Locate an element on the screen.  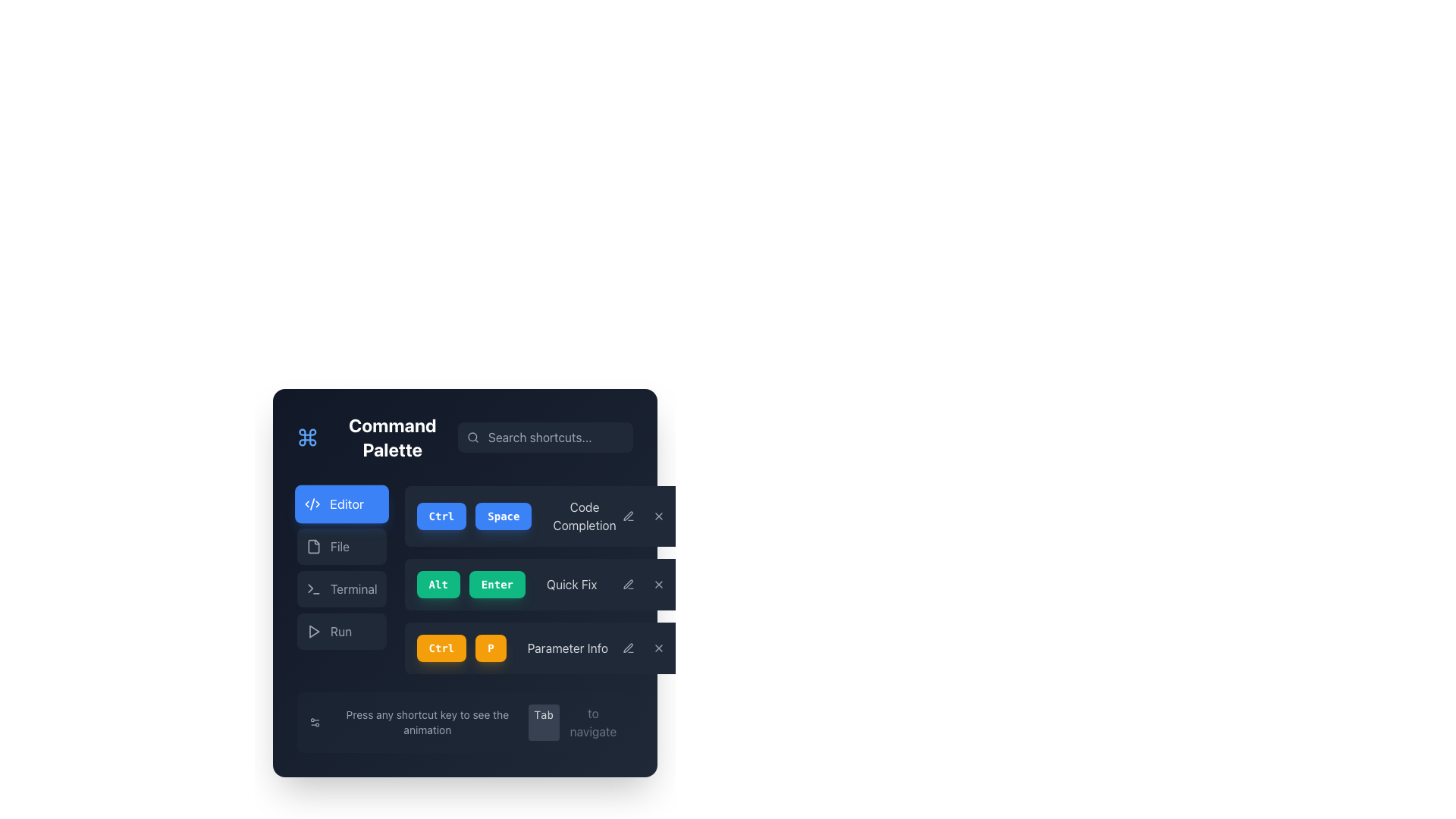
the 'X' Icon Button located in the top-right corner of the 'Parameter Info' row within the Command Palette modal window to trigger its hover effects is located at coordinates (658, 648).